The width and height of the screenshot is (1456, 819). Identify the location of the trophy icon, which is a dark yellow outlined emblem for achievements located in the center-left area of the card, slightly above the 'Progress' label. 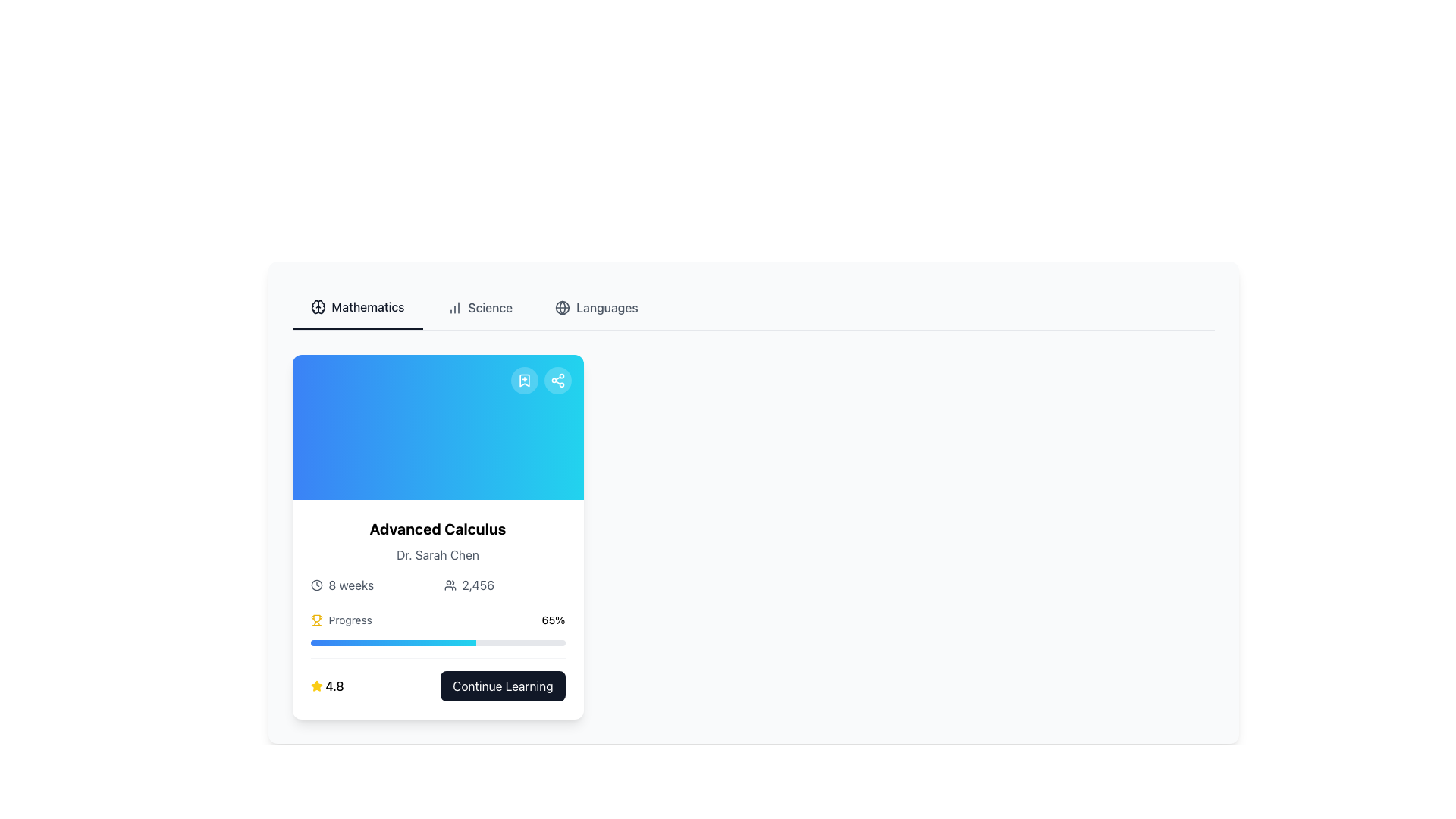
(315, 618).